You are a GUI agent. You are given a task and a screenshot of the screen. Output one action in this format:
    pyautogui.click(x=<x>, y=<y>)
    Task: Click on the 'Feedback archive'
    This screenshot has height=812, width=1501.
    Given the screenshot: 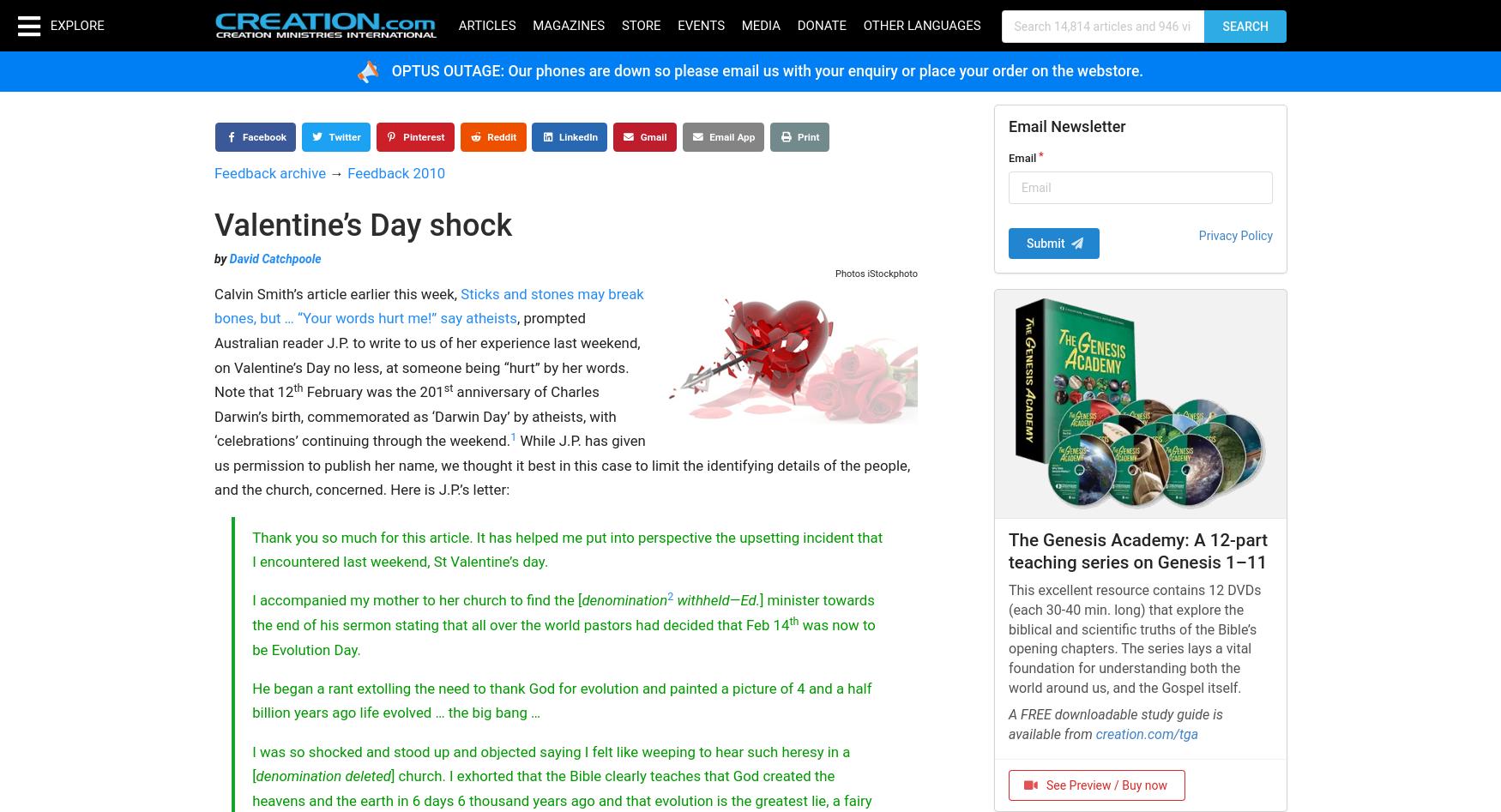 What is the action you would take?
    pyautogui.click(x=270, y=172)
    